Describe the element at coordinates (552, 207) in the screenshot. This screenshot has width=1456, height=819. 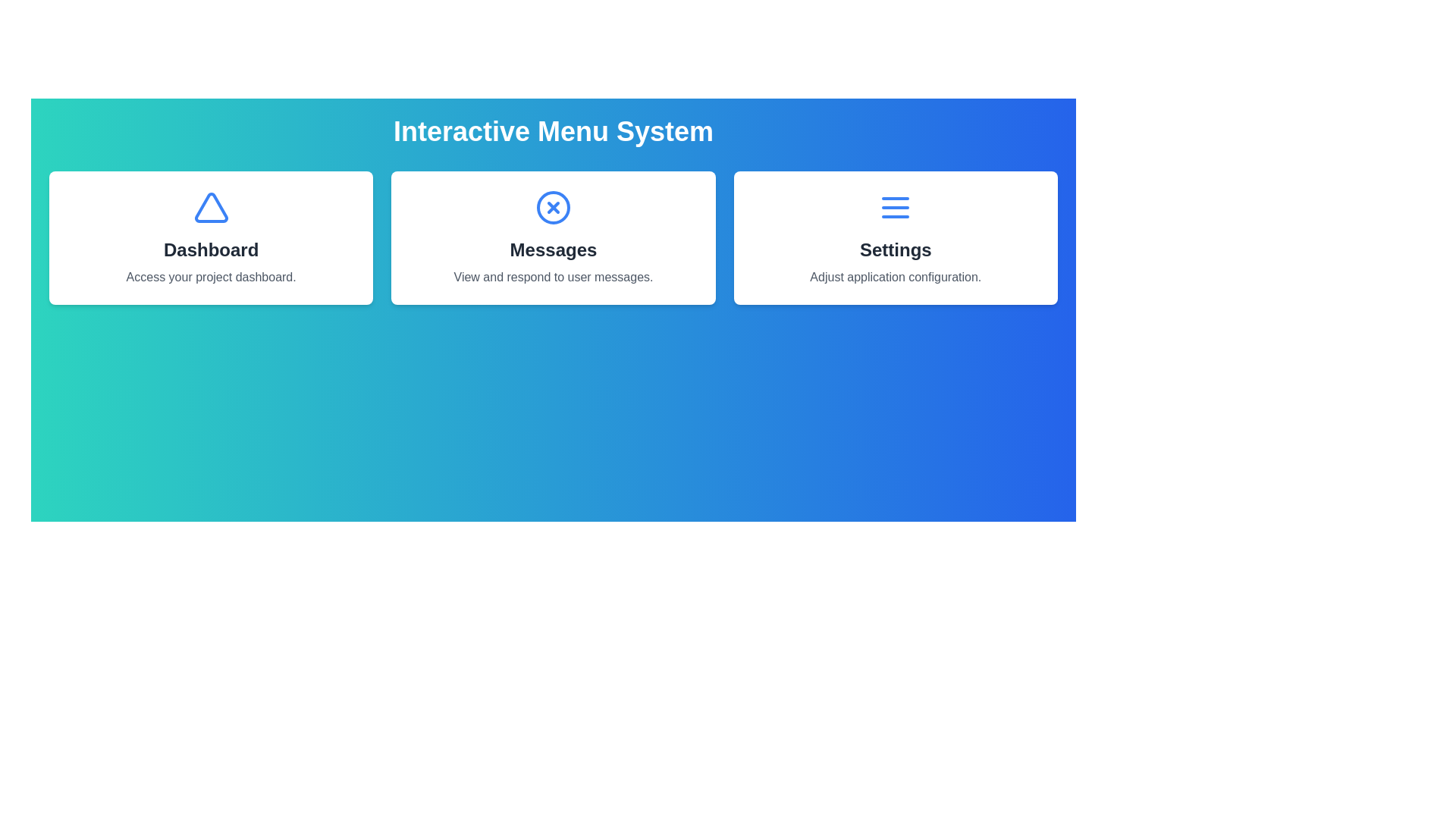
I see `the circular icon related to the 'Messages' functionality located at the top-center of the white card titled 'Messages'` at that location.